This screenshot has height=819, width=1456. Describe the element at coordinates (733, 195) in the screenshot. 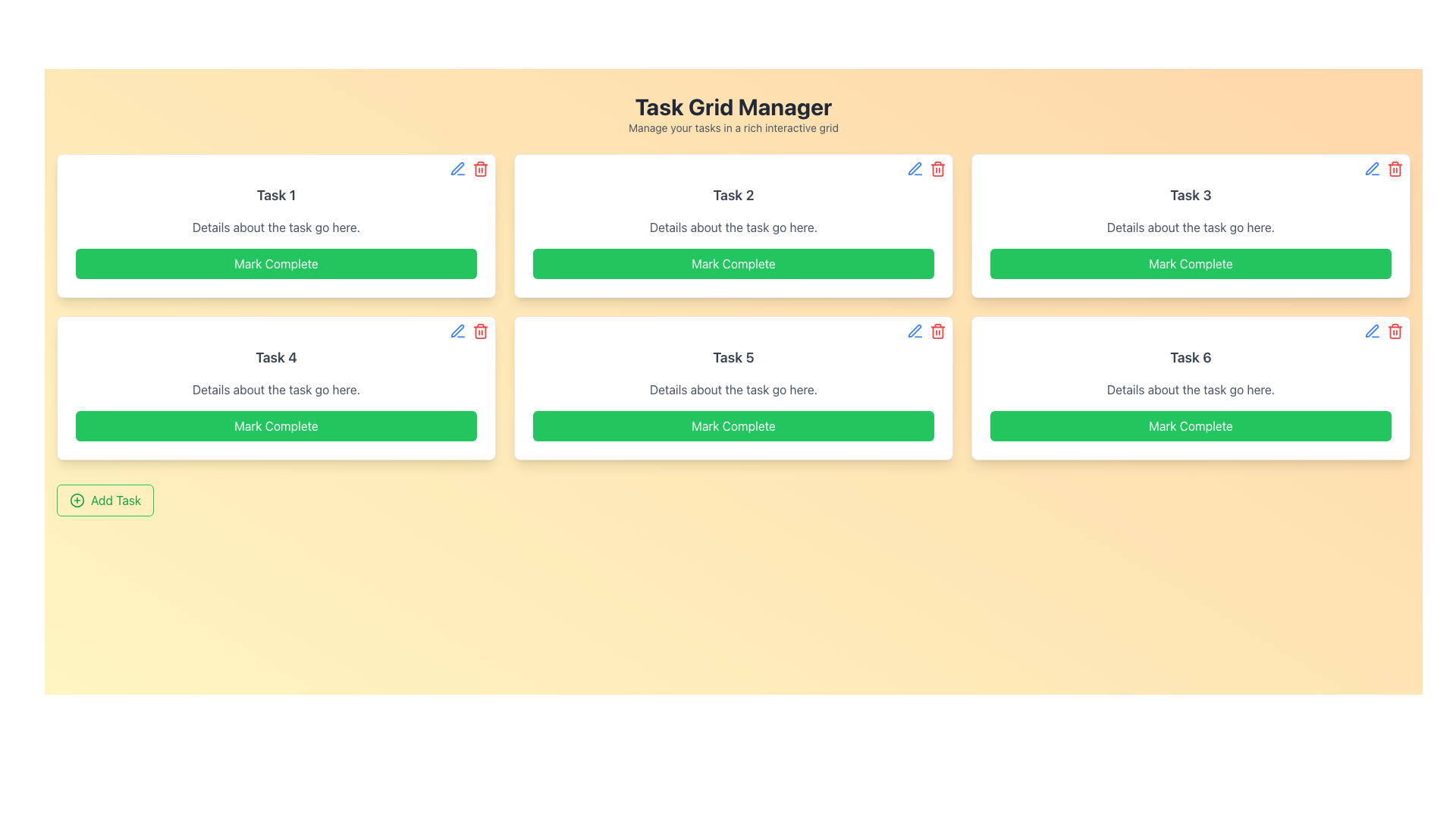

I see `the text label located at the center of the top row of the second task card, which describes the task represented by this card` at that location.